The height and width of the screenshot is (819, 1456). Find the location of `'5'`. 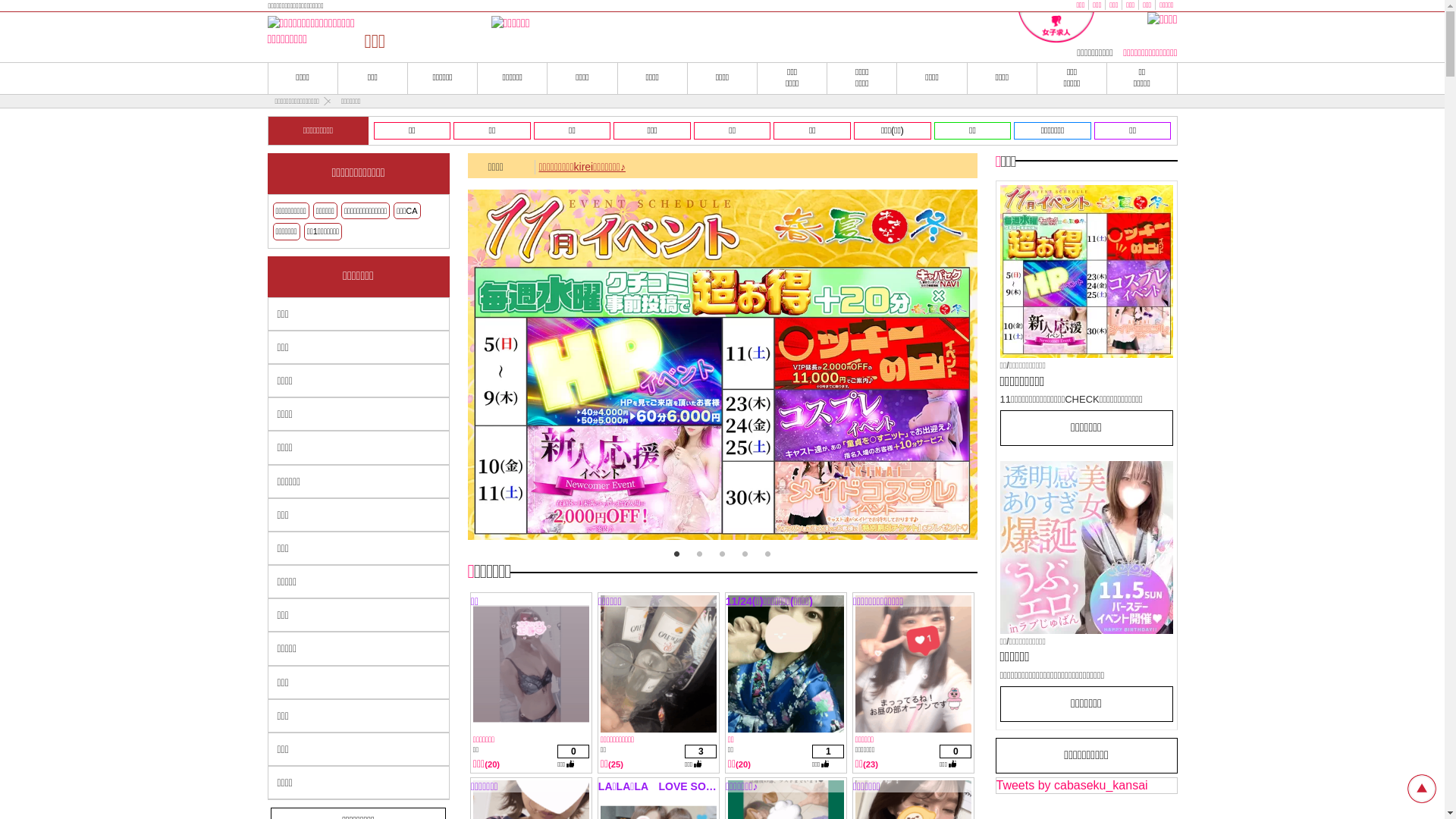

'5' is located at coordinates (767, 554).